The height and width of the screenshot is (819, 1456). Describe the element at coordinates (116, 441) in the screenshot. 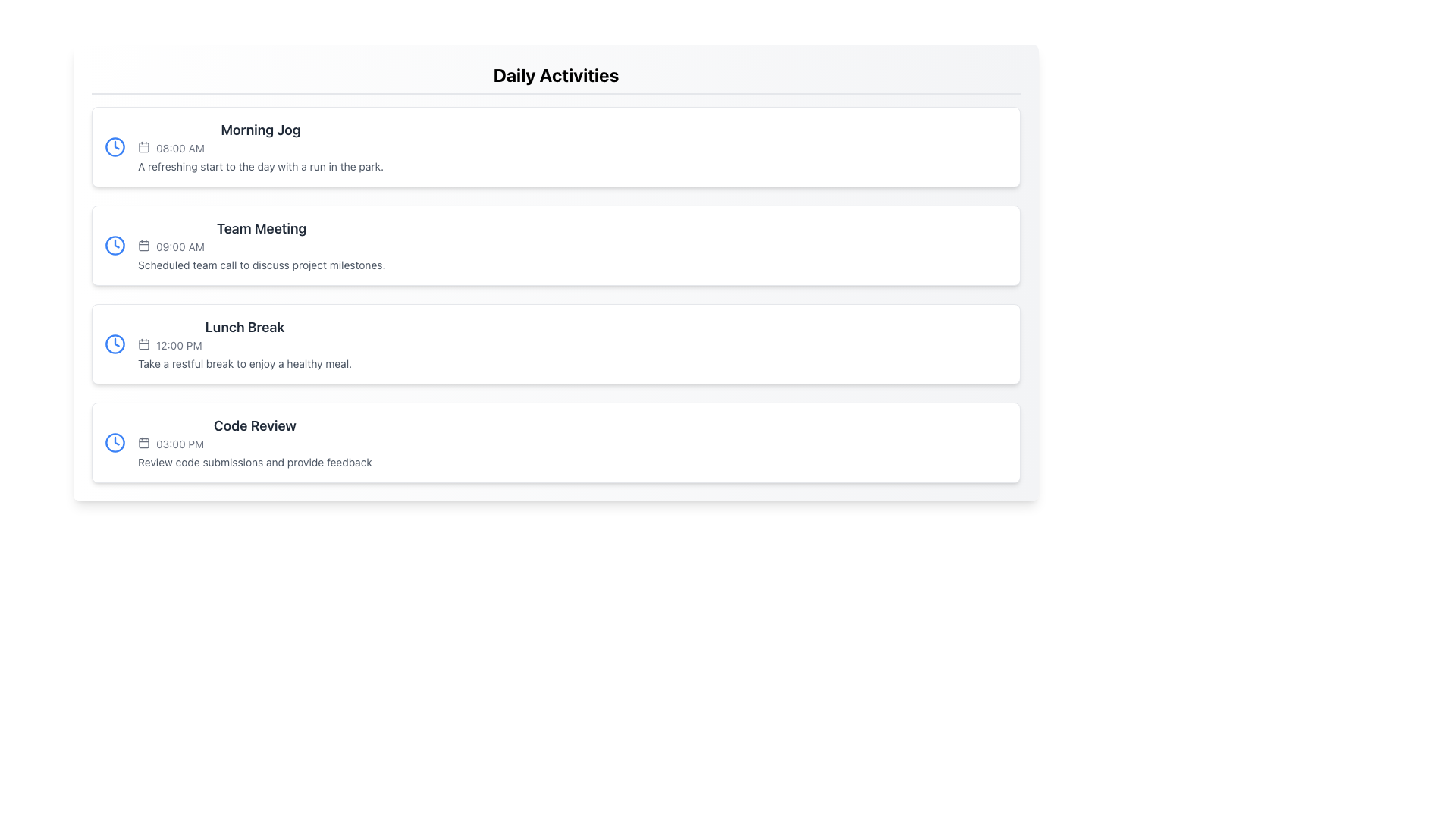

I see `the clock hand icon that indicates time, located next to the '08:00 AM' schedule entry` at that location.